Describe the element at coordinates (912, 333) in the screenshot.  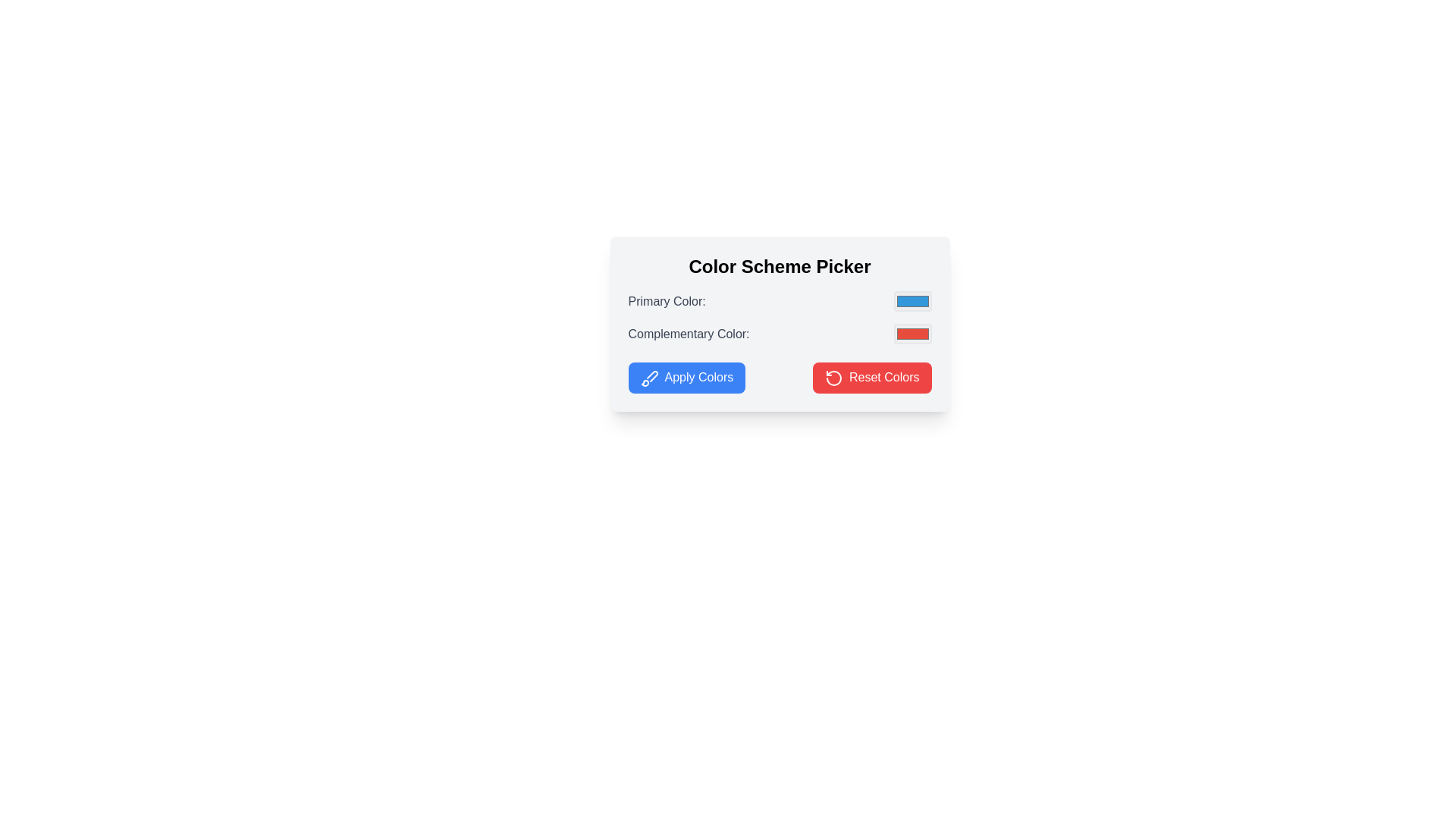
I see `the Color picker input box located in the lower-right section of the 'Color Scheme Picker' card` at that location.